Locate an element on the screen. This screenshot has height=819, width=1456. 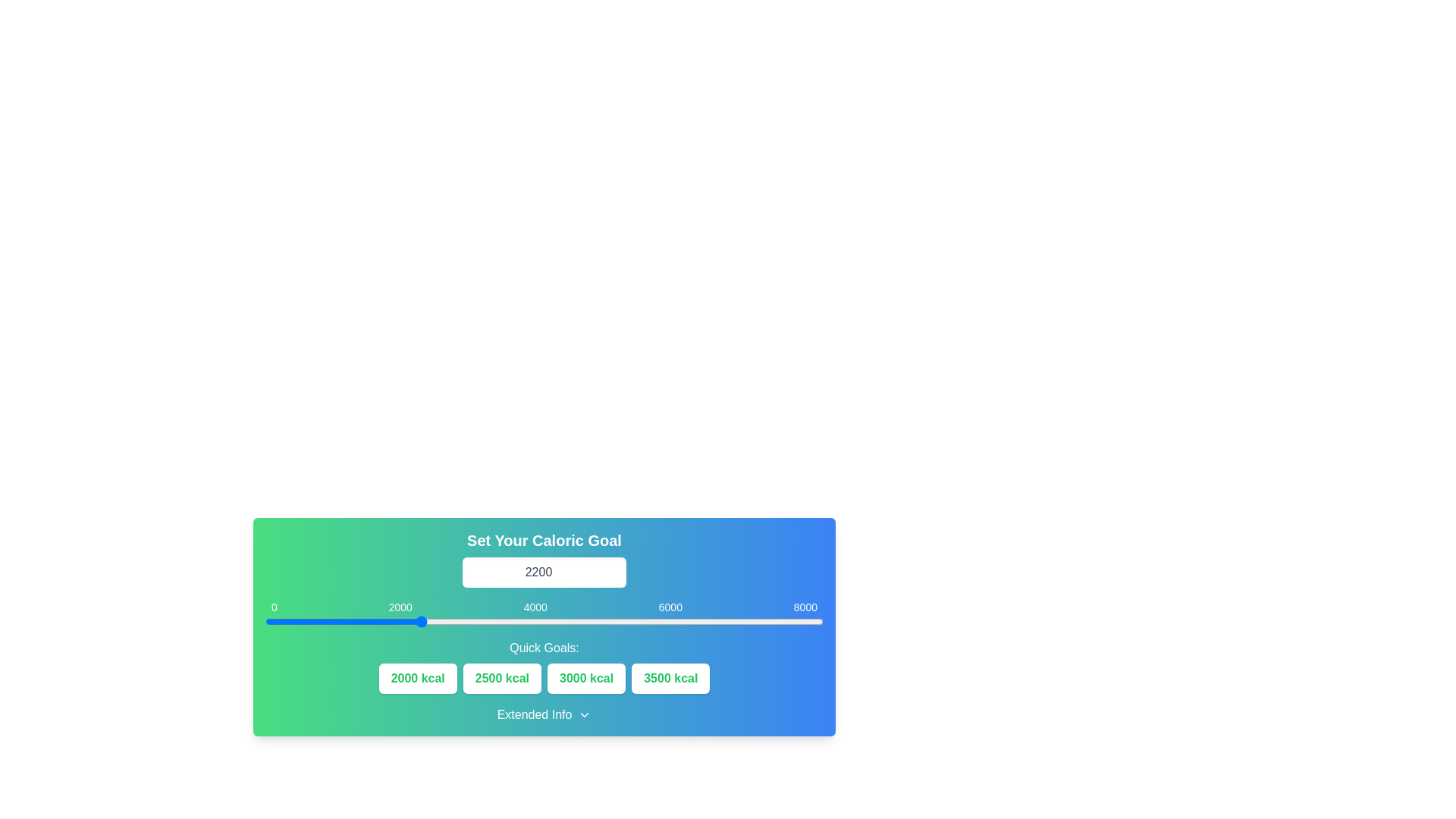
the fourth button in a horizontal series of four buttons that sets a caloric goal of 3500 kcal, located in the bottom section of the interface is located at coordinates (670, 677).